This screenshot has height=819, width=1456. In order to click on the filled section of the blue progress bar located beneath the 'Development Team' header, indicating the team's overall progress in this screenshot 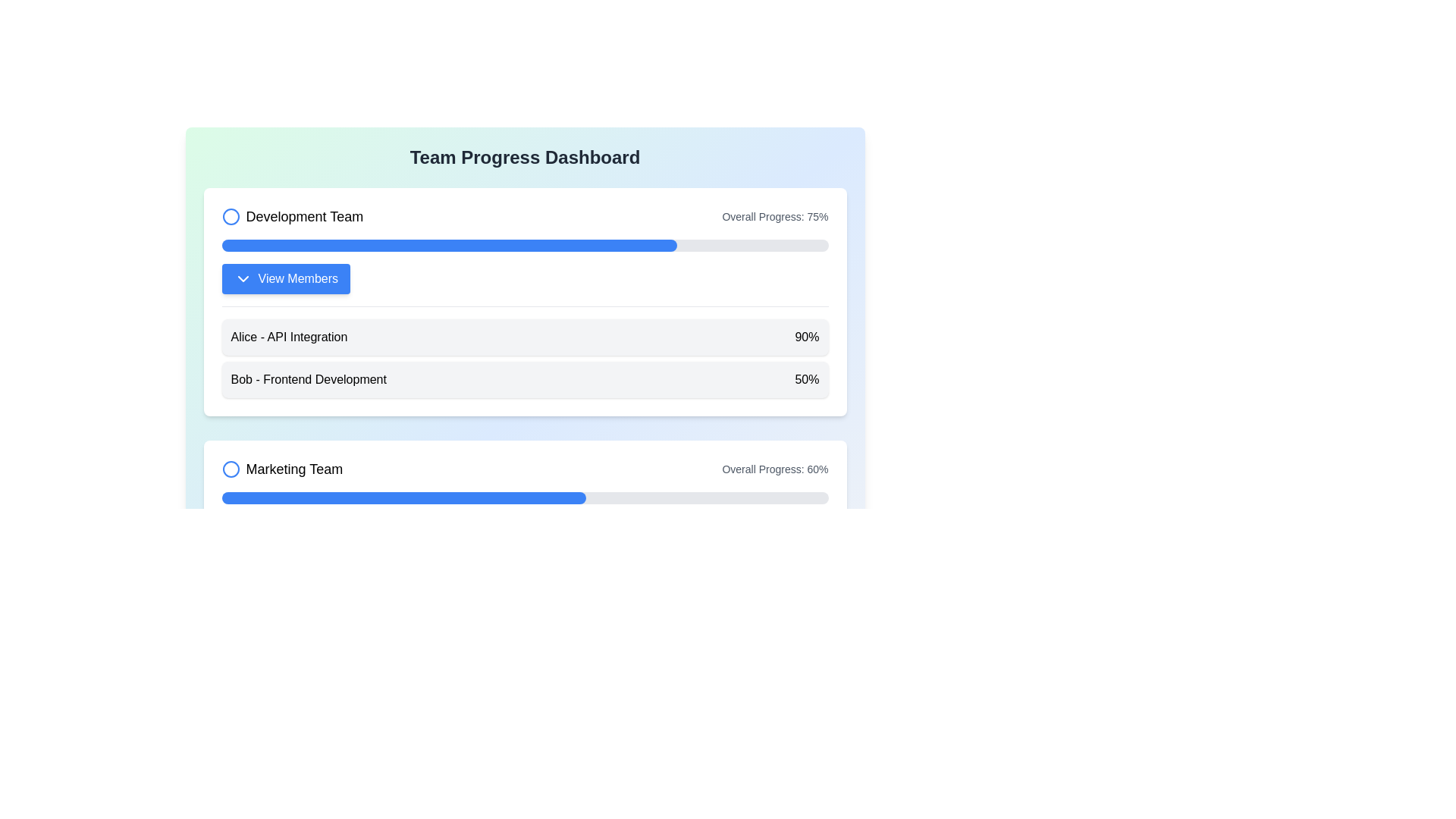, I will do `click(448, 245)`.